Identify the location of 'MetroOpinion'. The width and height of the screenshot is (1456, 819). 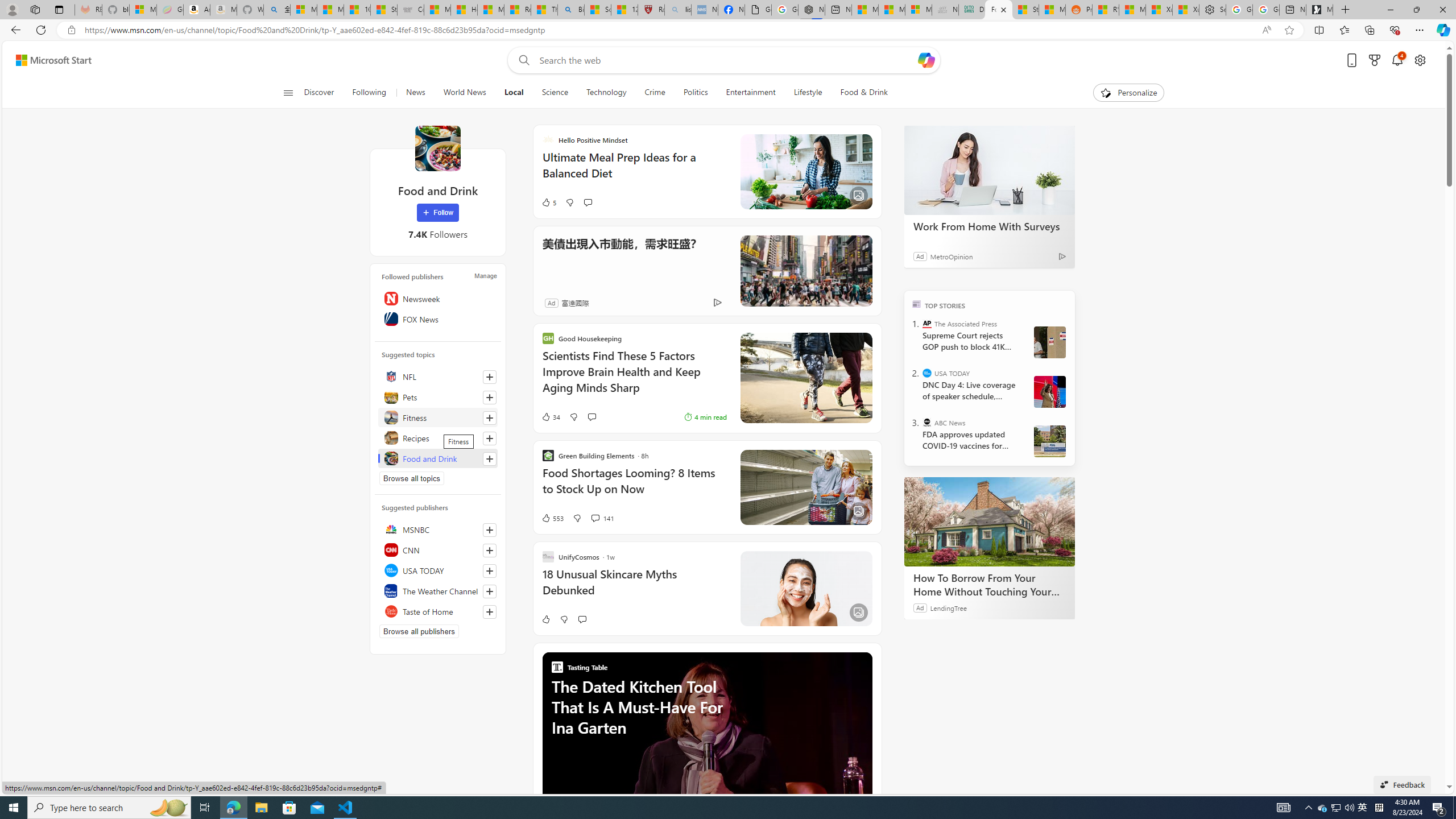
(950, 255).